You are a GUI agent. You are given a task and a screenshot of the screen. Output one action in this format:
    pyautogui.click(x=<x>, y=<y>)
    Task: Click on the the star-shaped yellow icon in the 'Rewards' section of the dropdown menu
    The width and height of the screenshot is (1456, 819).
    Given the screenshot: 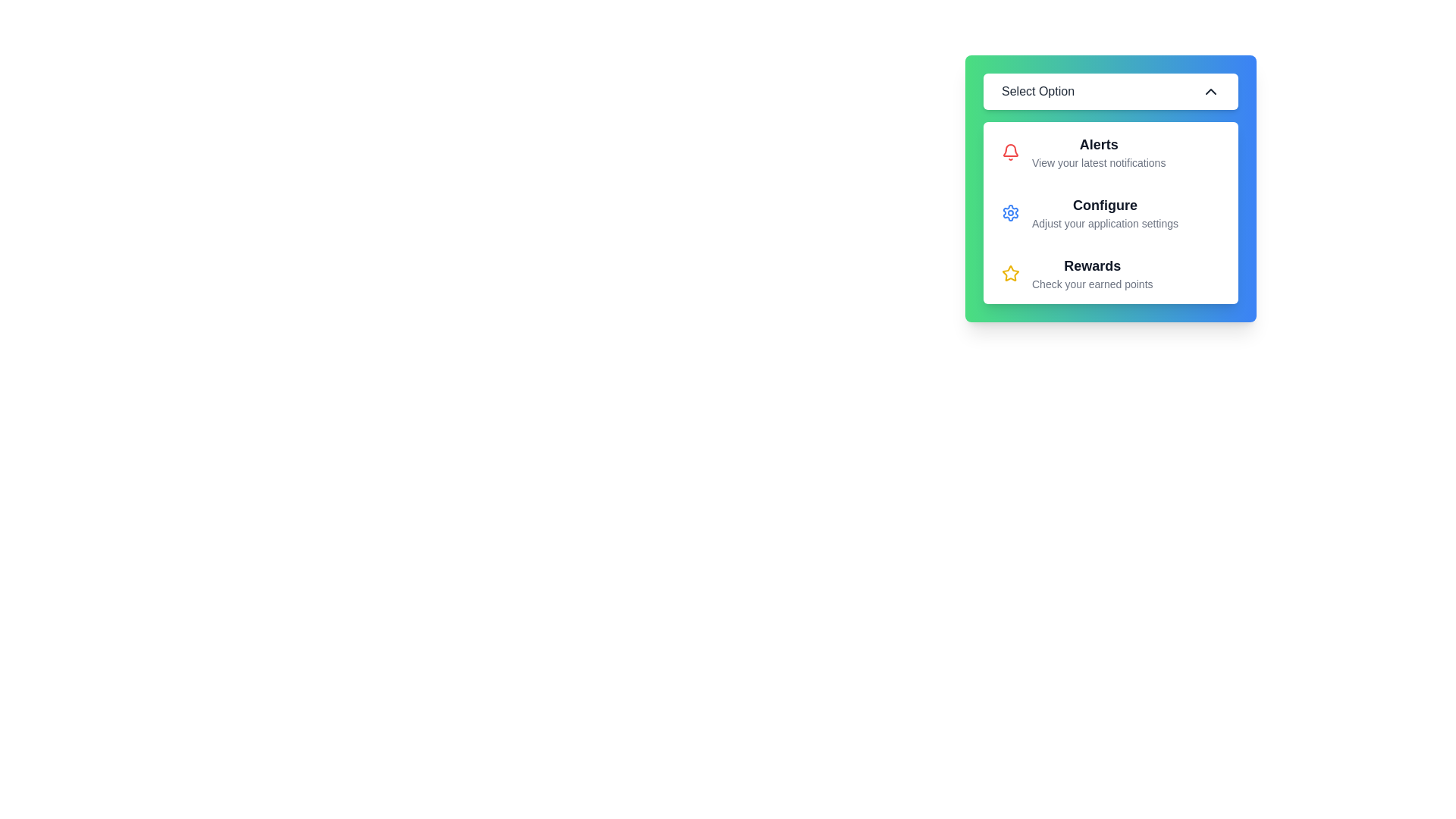 What is the action you would take?
    pyautogui.click(x=1011, y=273)
    